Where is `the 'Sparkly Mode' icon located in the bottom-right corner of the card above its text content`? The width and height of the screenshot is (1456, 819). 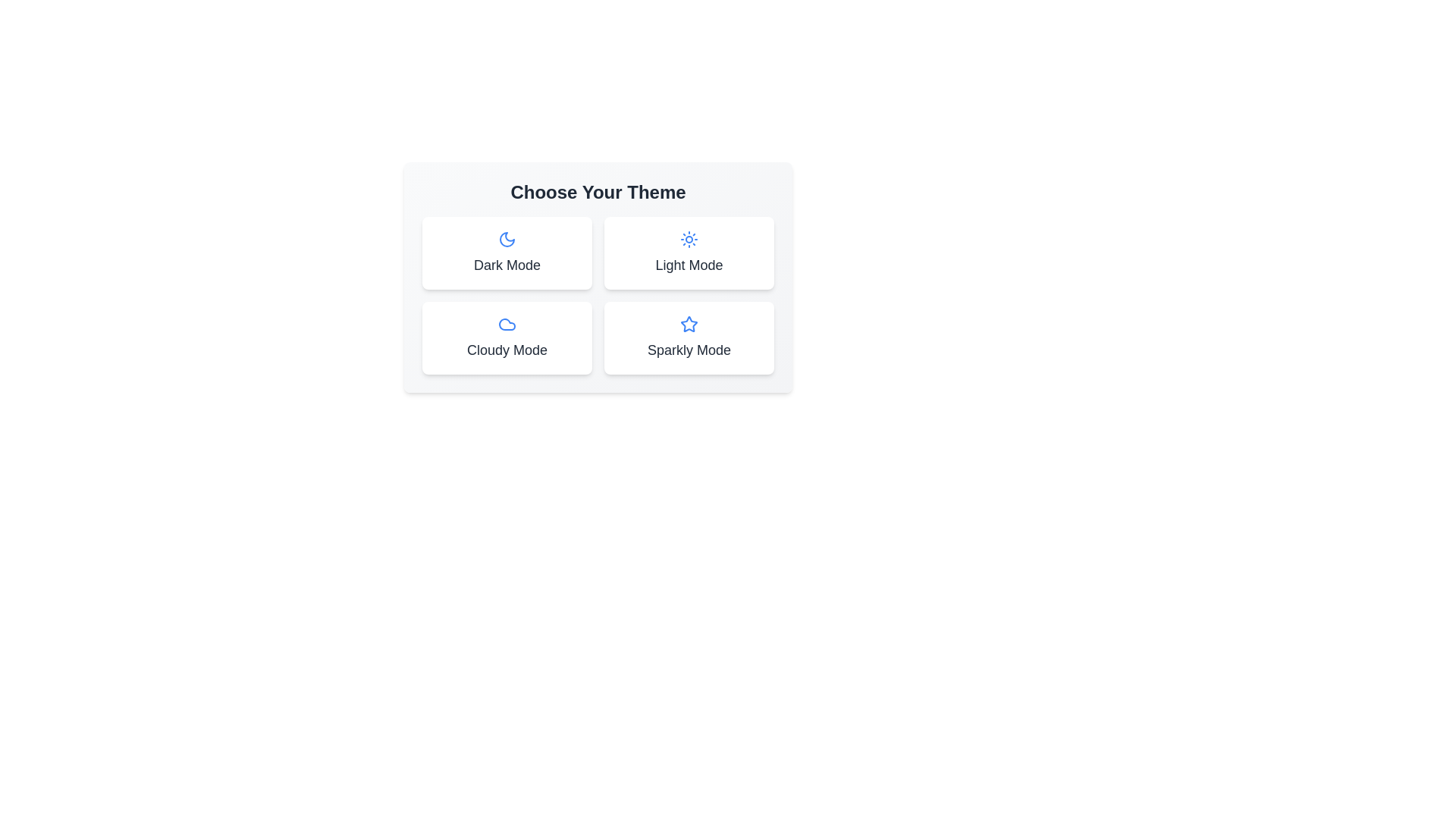 the 'Sparkly Mode' icon located in the bottom-right corner of the card above its text content is located at coordinates (688, 324).